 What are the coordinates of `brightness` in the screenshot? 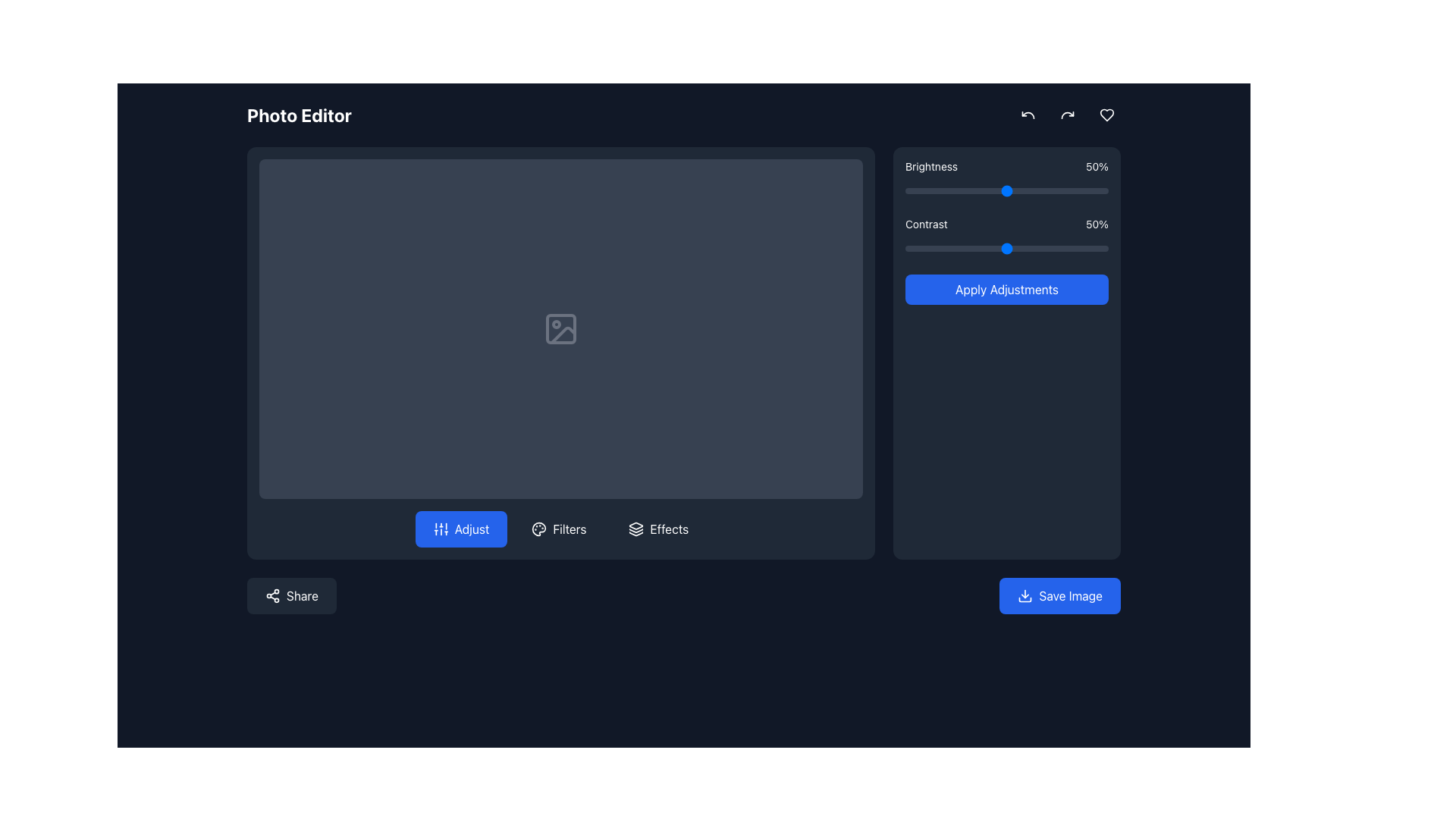 It's located at (1067, 190).